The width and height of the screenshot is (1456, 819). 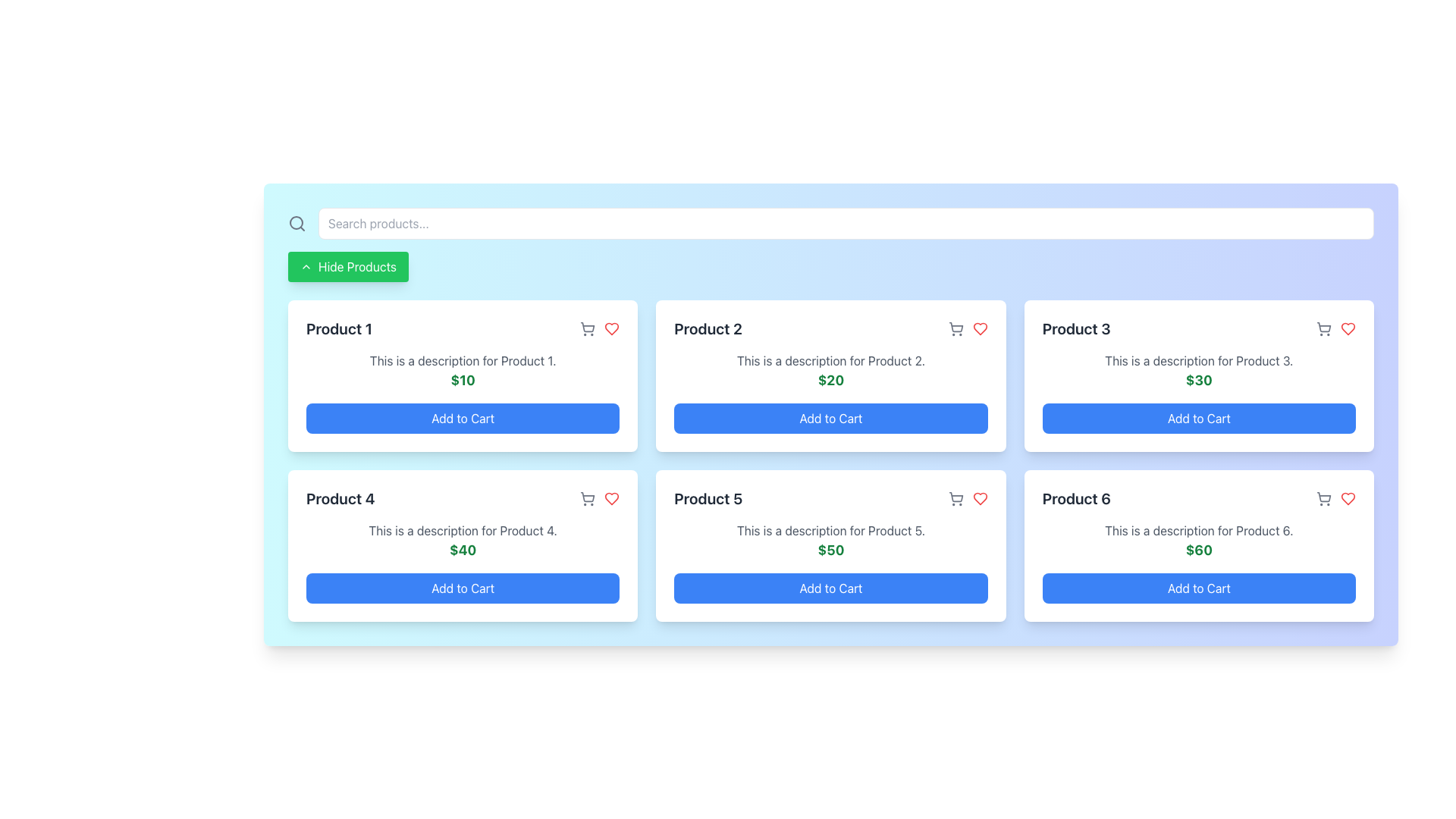 What do you see at coordinates (830, 550) in the screenshot?
I see `the price label displaying '$50' for 'Product 5', located in the middle of the second row of the product grid, below the description and above the 'Add to Cart' button` at bounding box center [830, 550].